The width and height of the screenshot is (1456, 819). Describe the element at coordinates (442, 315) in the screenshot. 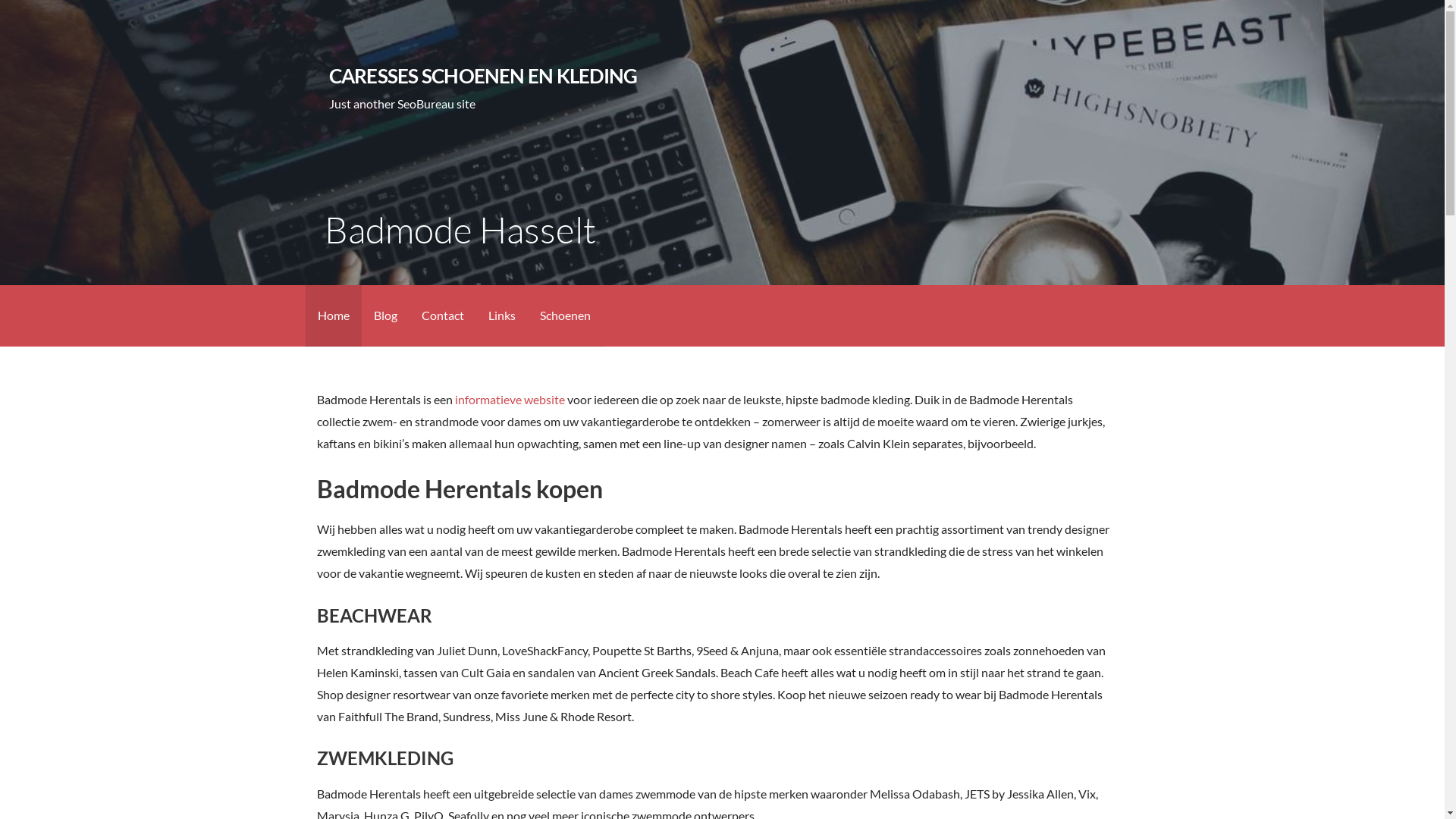

I see `'Contact'` at that location.